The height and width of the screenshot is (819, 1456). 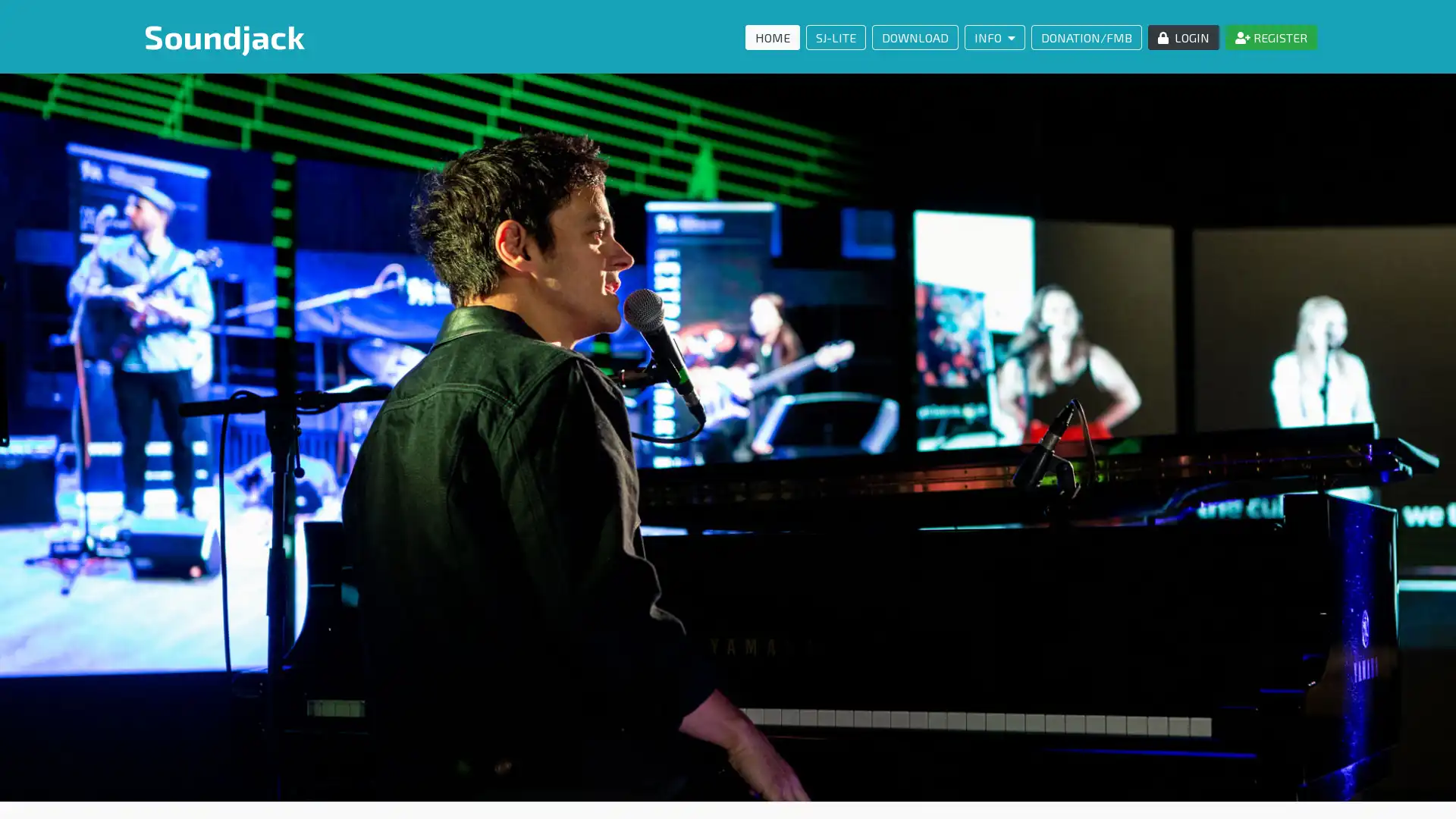 What do you see at coordinates (23, 436) in the screenshot?
I see `previous arrow` at bounding box center [23, 436].